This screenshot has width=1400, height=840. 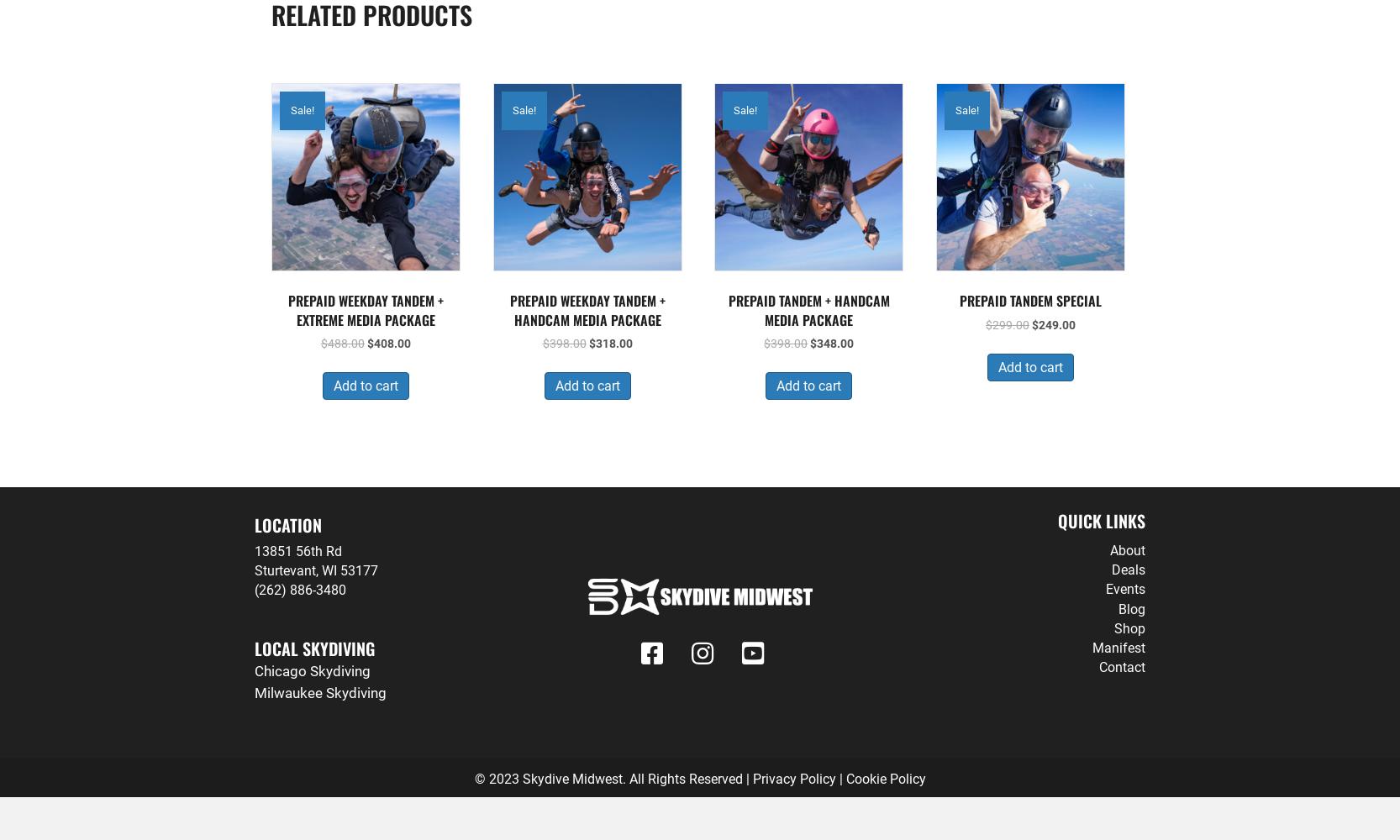 I want to click on '13851 56th Rd', so click(x=254, y=550).